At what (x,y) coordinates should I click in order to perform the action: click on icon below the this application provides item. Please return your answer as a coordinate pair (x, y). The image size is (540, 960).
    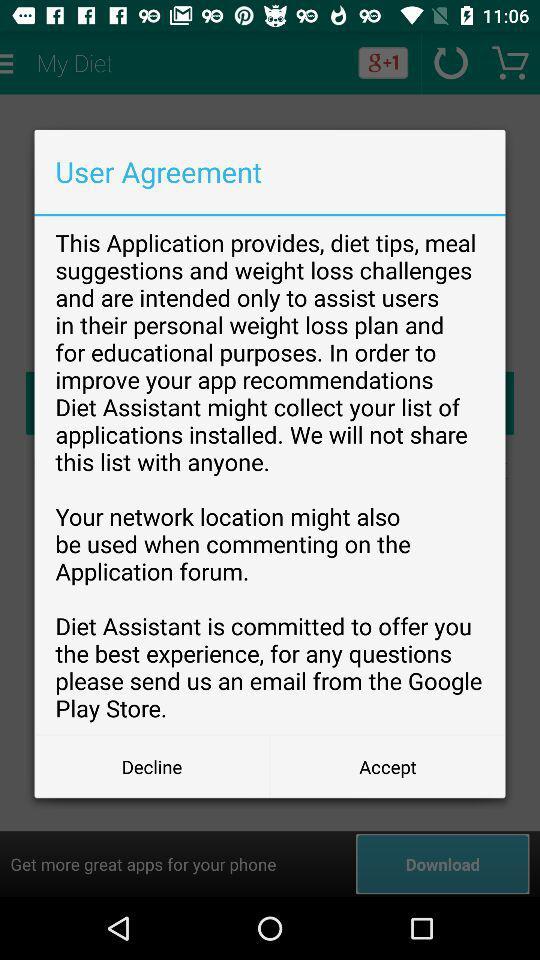
    Looking at the image, I should click on (151, 765).